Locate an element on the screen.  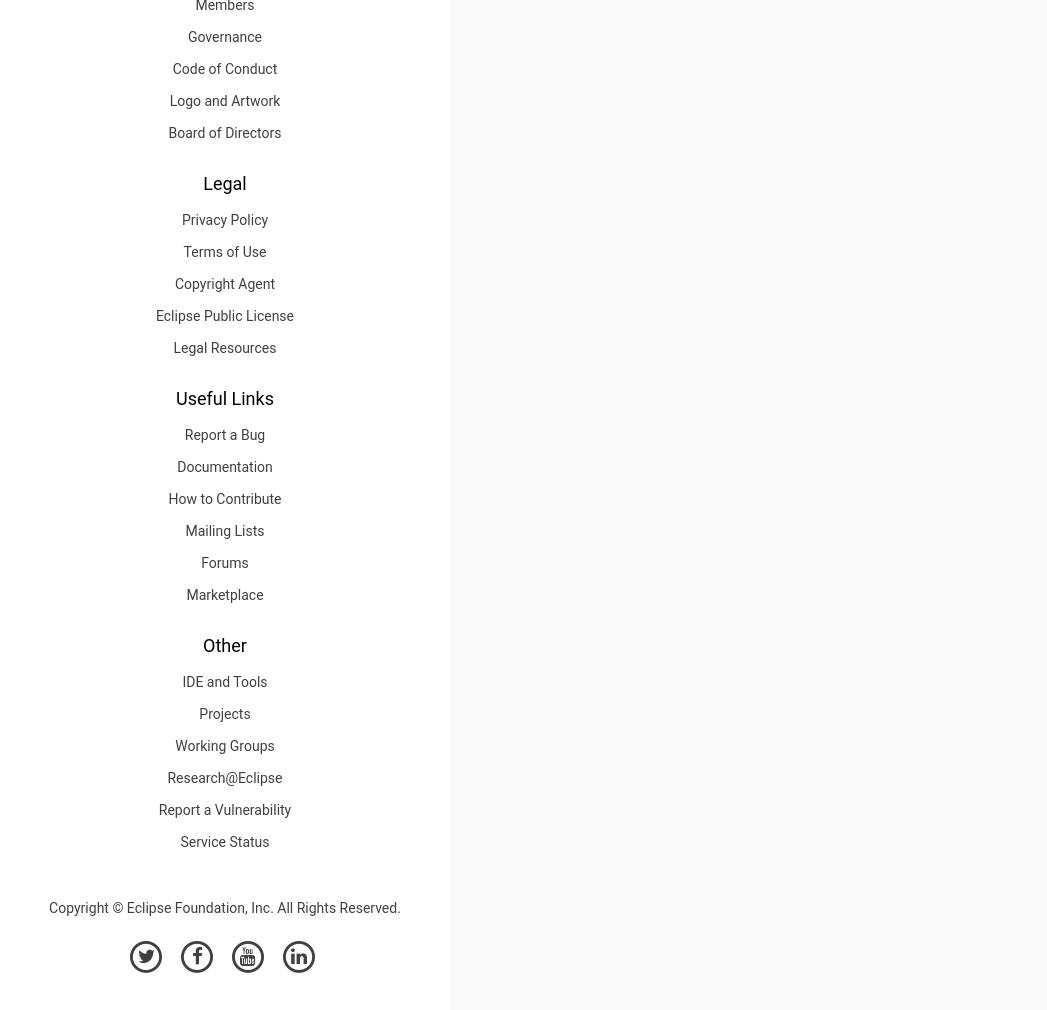
'Governance' is located at coordinates (223, 35).